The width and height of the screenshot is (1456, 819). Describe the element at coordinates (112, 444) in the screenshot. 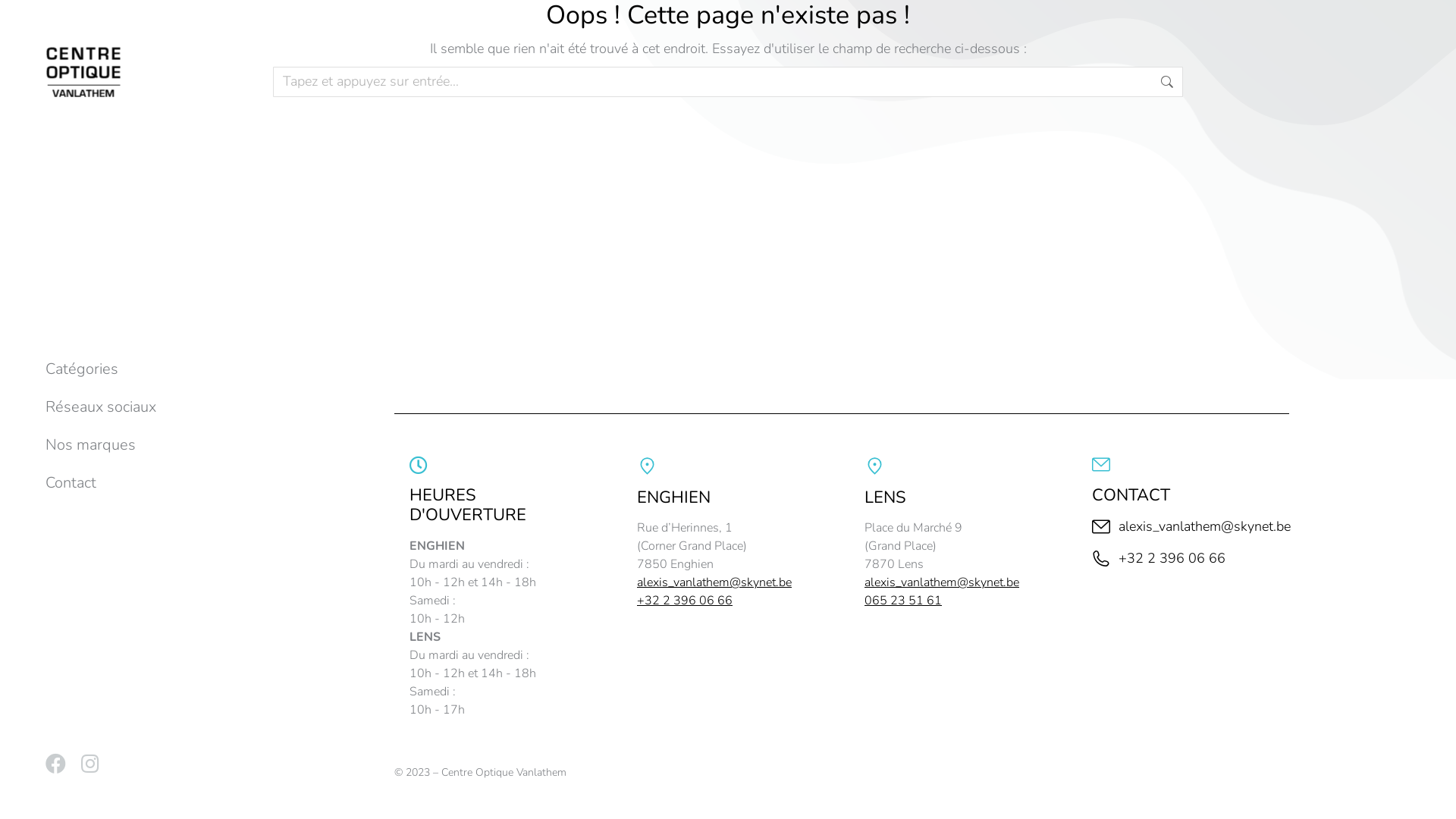

I see `'Nos marques'` at that location.